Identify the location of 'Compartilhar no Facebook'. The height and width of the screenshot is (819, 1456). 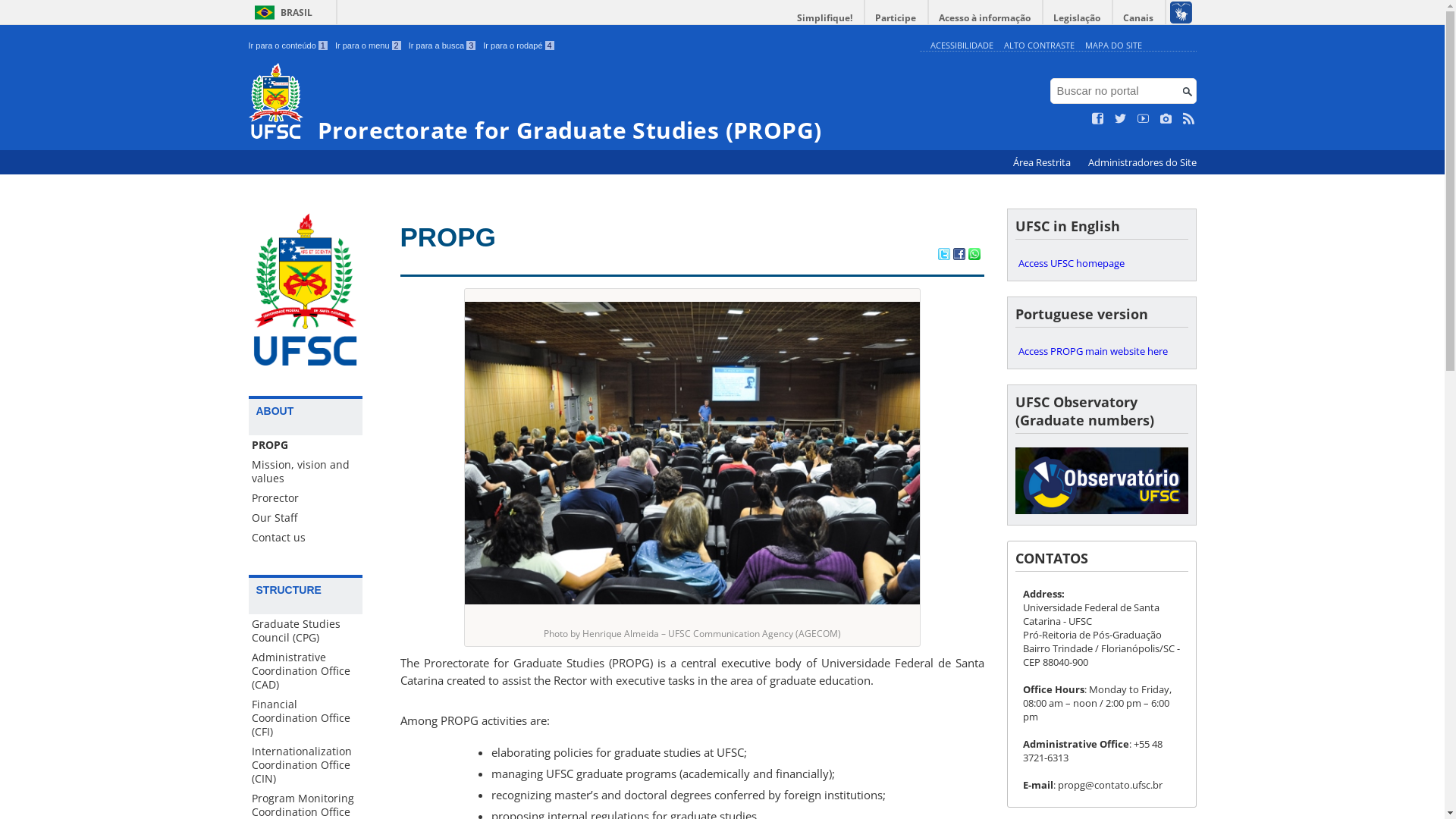
(957, 254).